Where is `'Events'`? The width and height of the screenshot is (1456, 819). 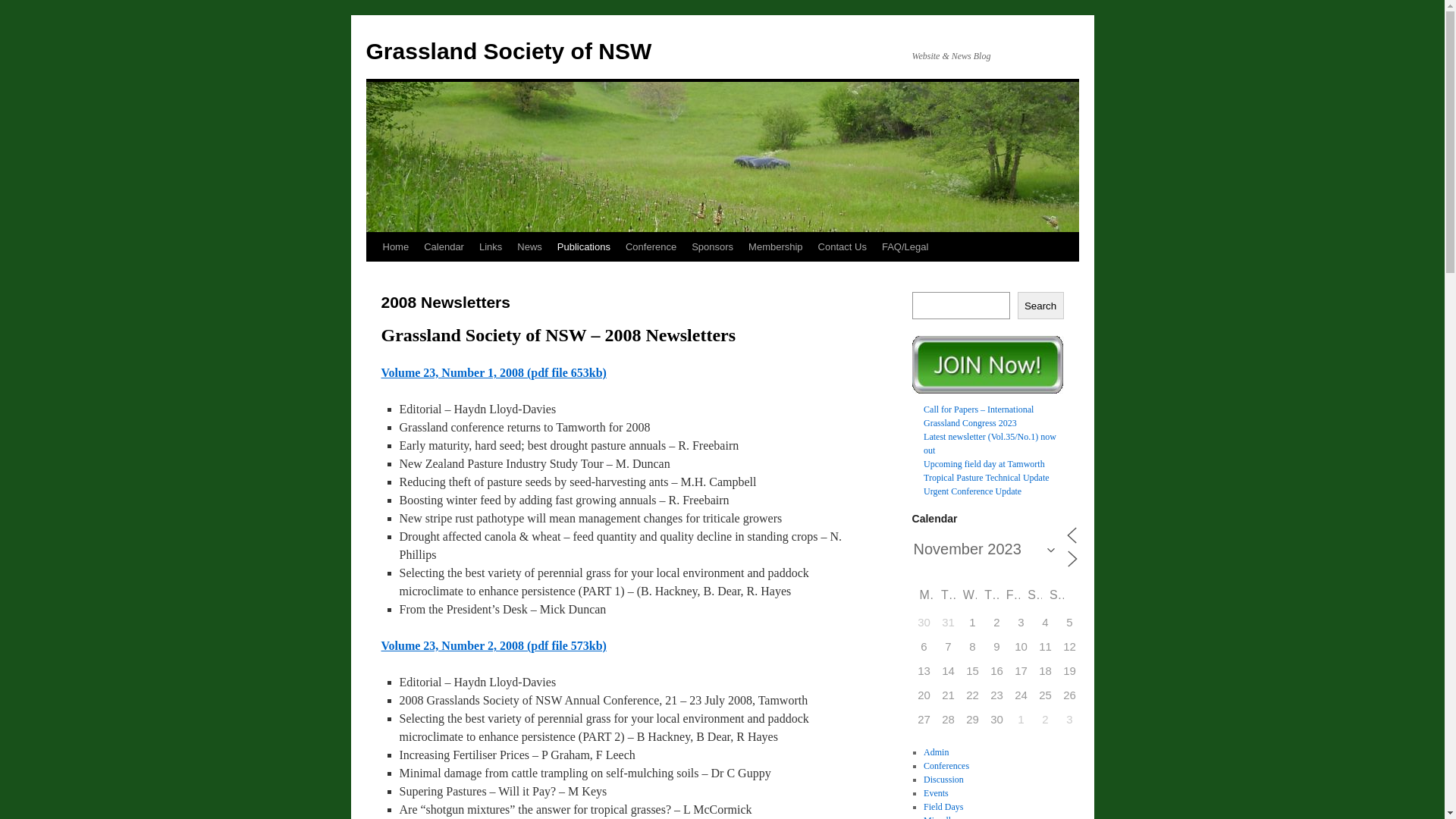
'Events' is located at coordinates (935, 792).